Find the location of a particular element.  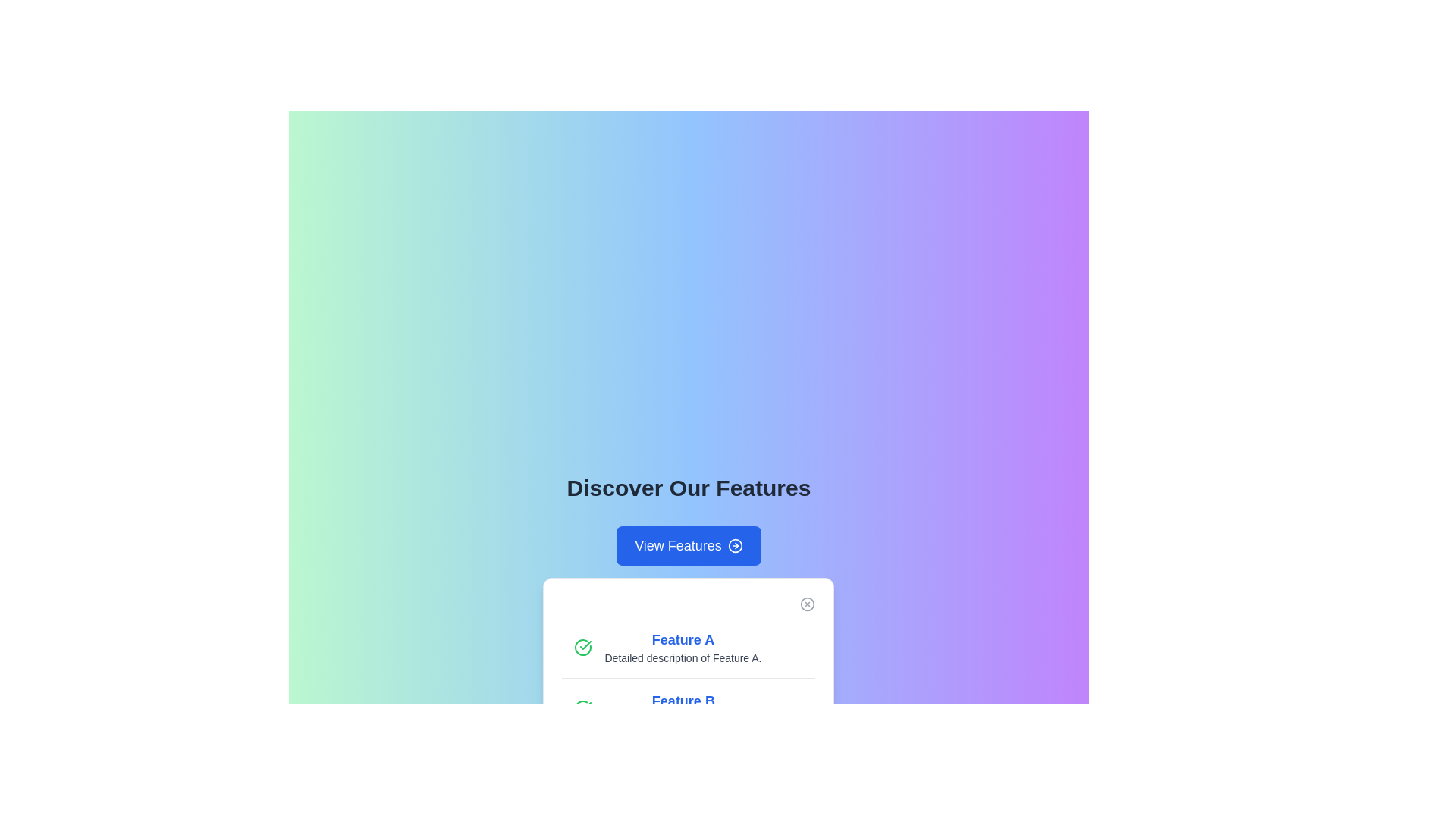

the icon associated with the 'Feature B' entry in the vertically stacked list, which is located below 'Feature A' in the modal is located at coordinates (688, 708).